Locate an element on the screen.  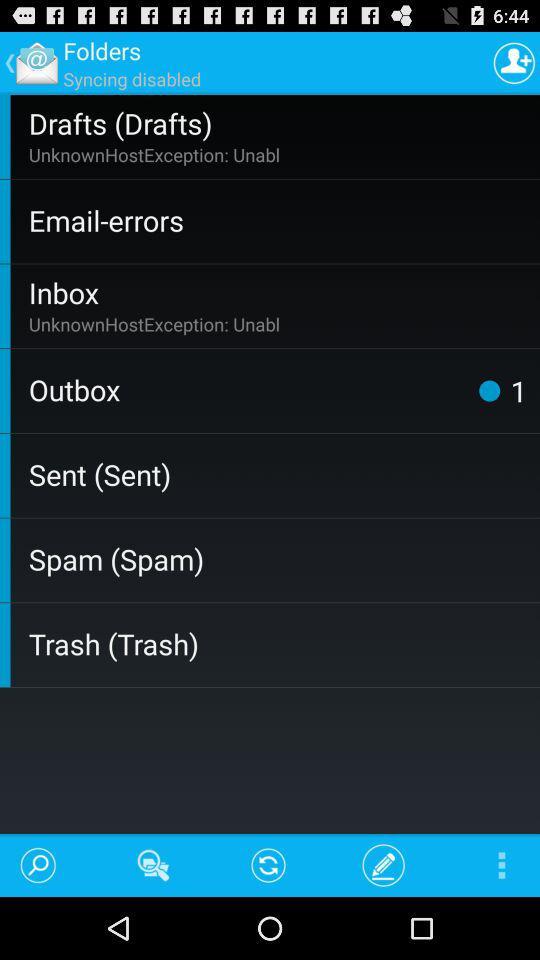
the icon left to the menu button is located at coordinates (383, 864).